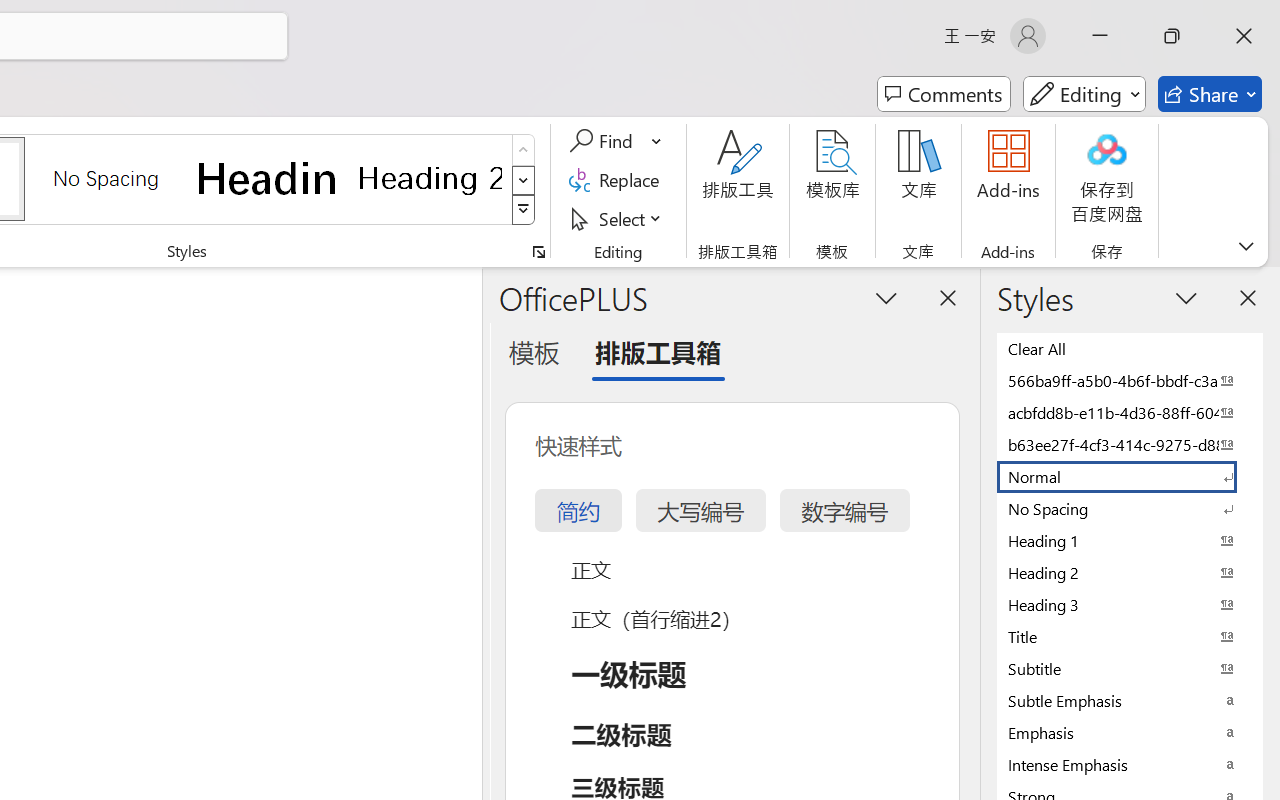 Image resolution: width=1280 pixels, height=800 pixels. Describe the element at coordinates (523, 179) in the screenshot. I see `'Row Down'` at that location.